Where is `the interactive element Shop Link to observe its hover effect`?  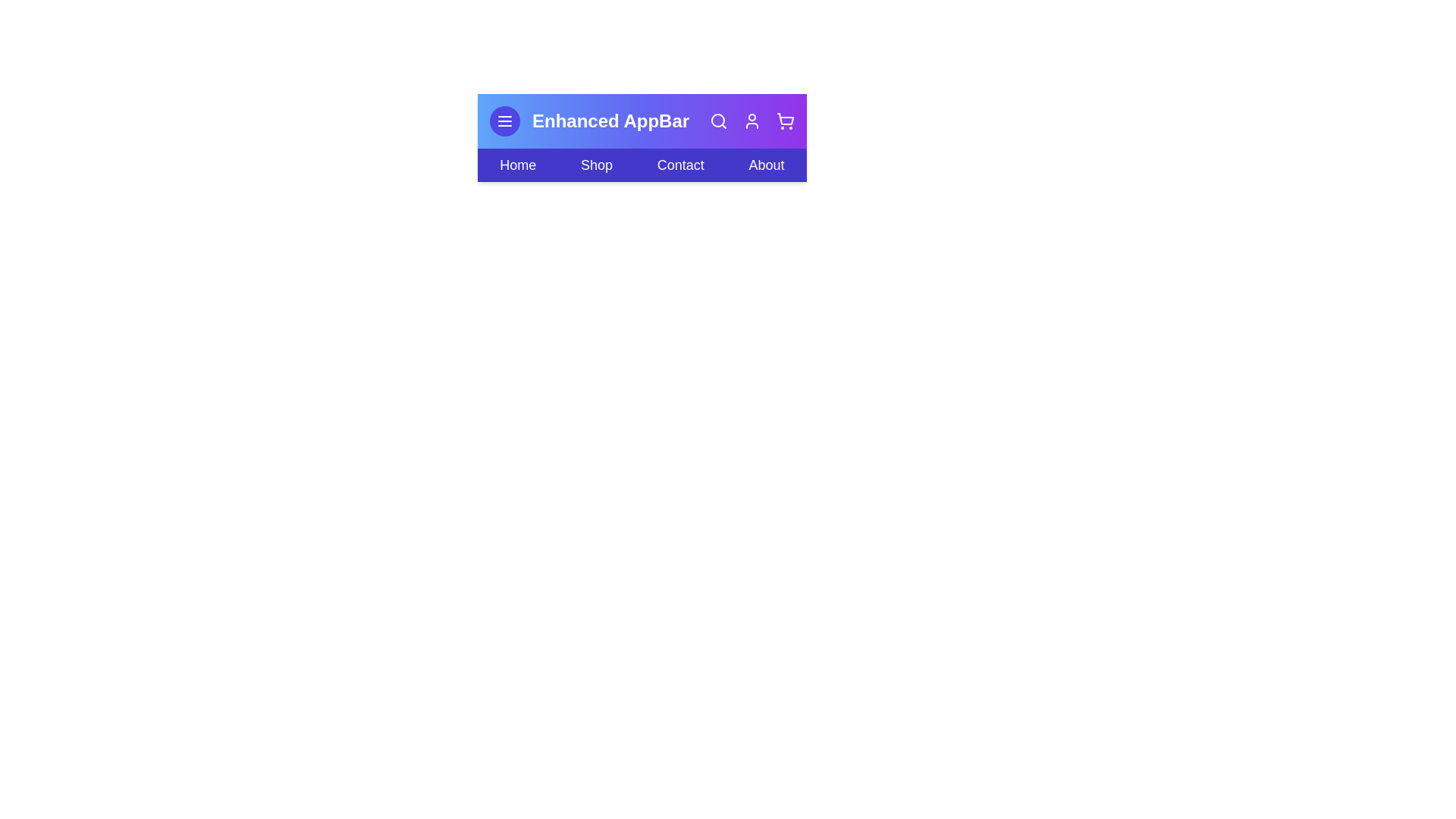
the interactive element Shop Link to observe its hover effect is located at coordinates (596, 165).